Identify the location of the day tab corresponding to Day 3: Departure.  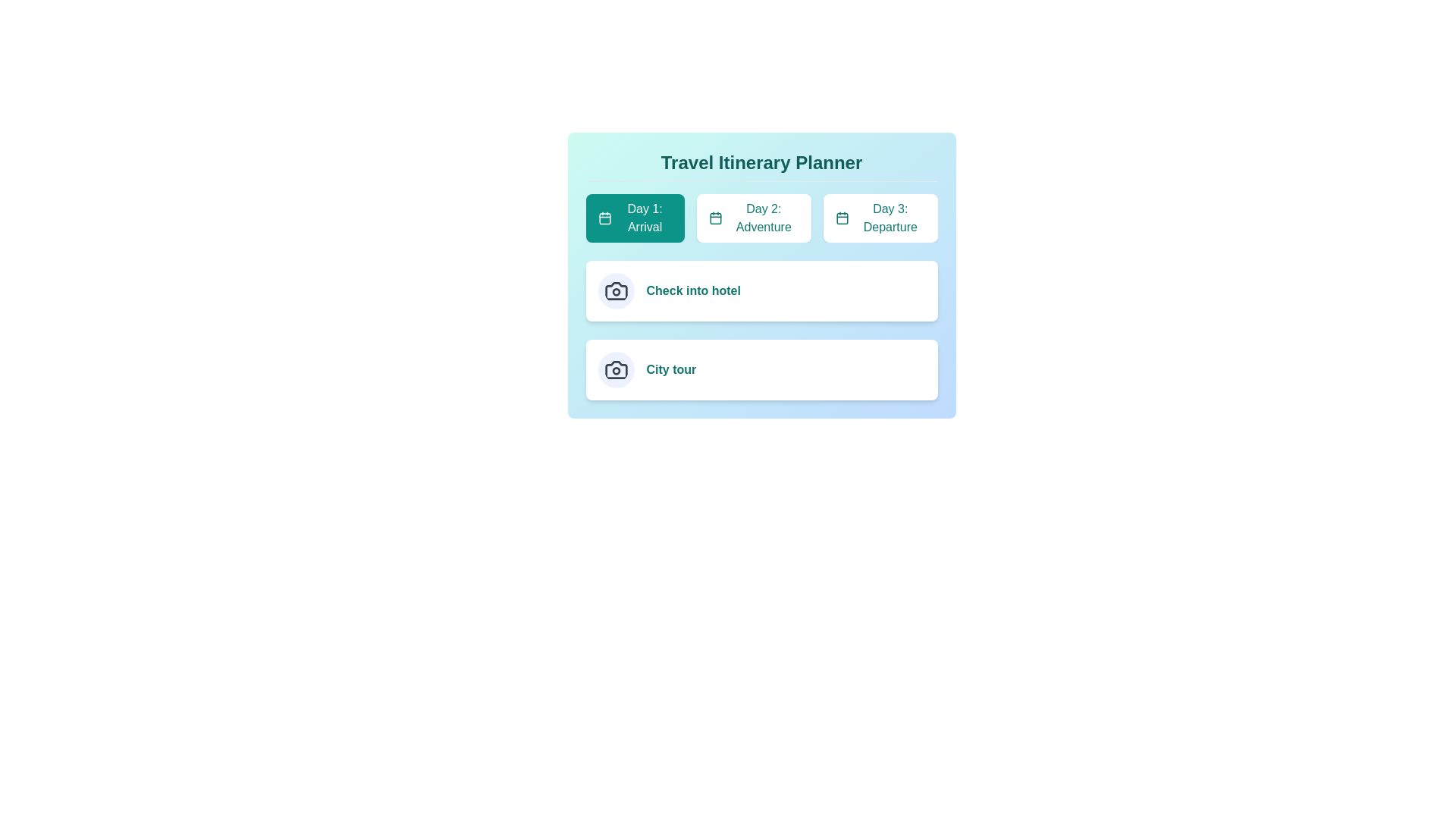
(880, 218).